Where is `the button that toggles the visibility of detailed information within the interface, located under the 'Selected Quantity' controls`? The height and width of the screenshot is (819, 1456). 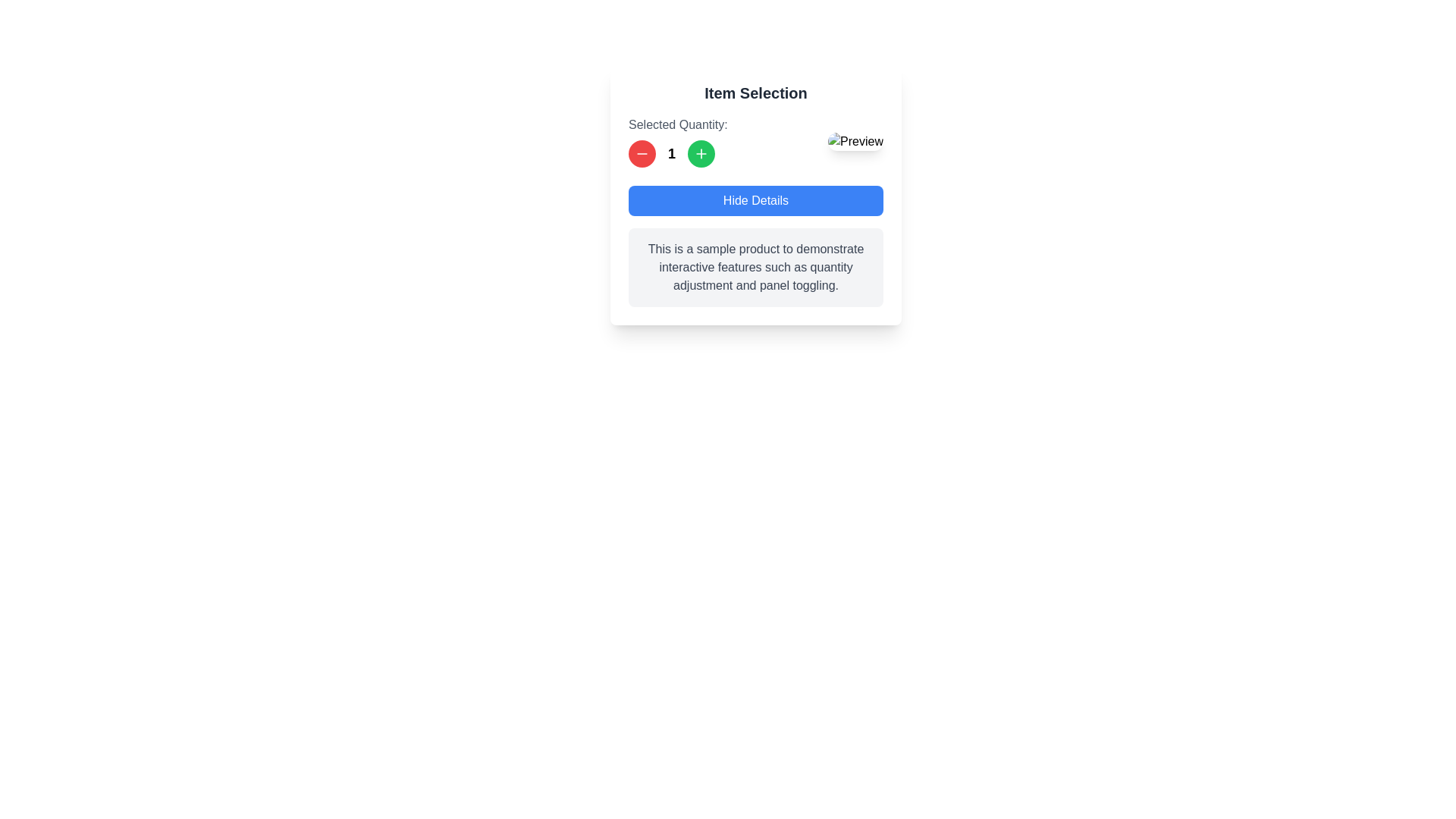 the button that toggles the visibility of detailed information within the interface, located under the 'Selected Quantity' controls is located at coordinates (756, 200).